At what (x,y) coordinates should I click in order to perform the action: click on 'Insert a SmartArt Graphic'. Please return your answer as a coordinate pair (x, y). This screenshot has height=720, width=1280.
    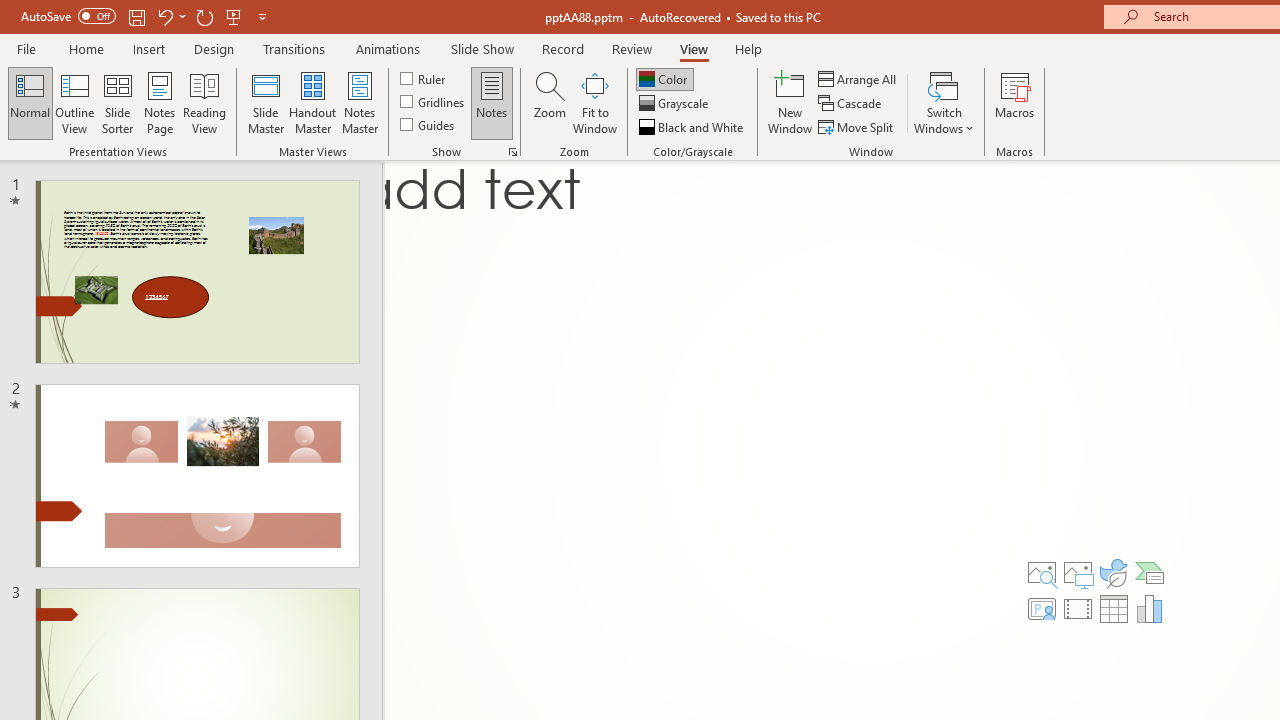
    Looking at the image, I should click on (1150, 573).